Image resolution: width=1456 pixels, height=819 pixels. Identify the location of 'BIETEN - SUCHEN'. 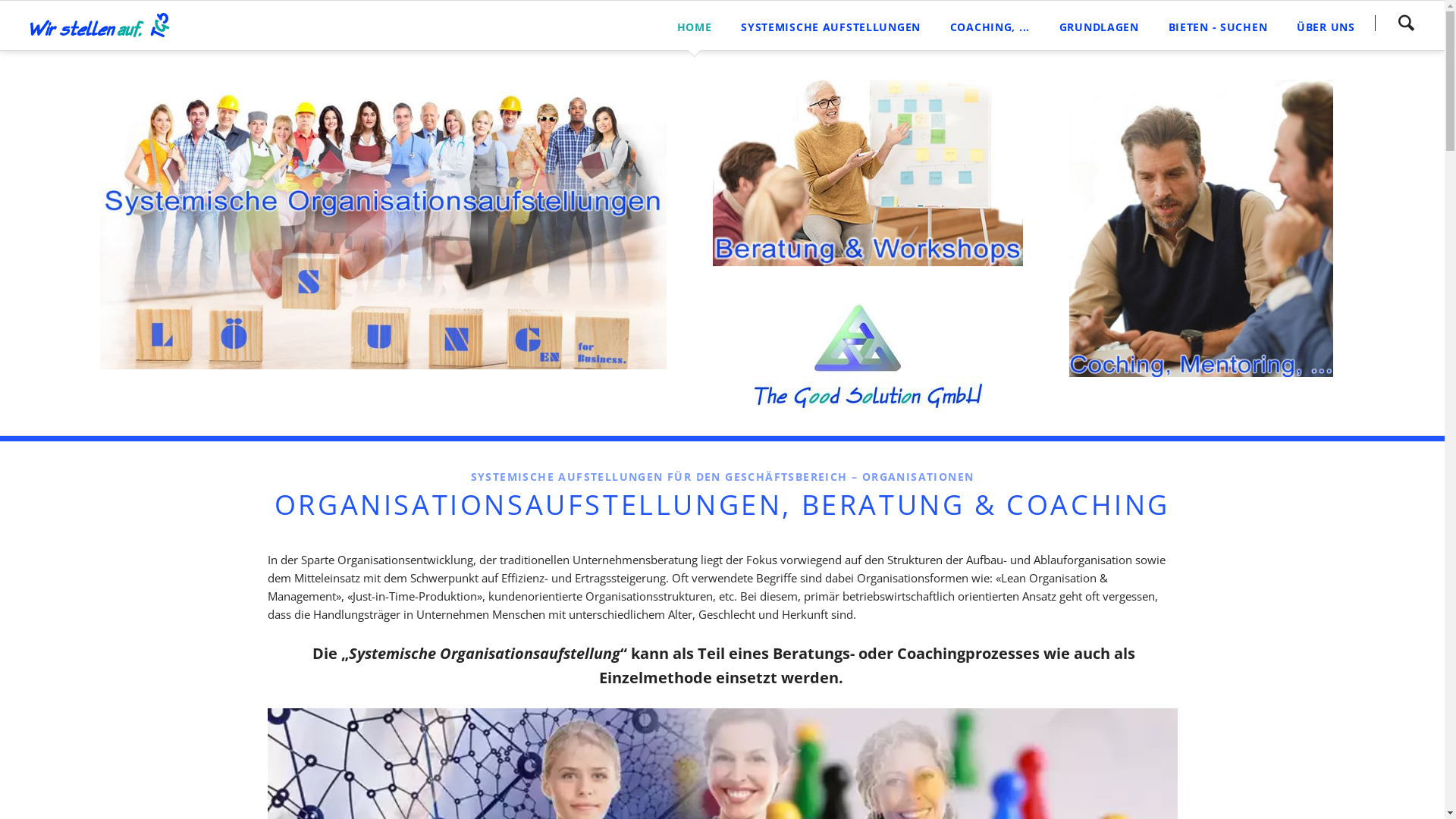
(1217, 25).